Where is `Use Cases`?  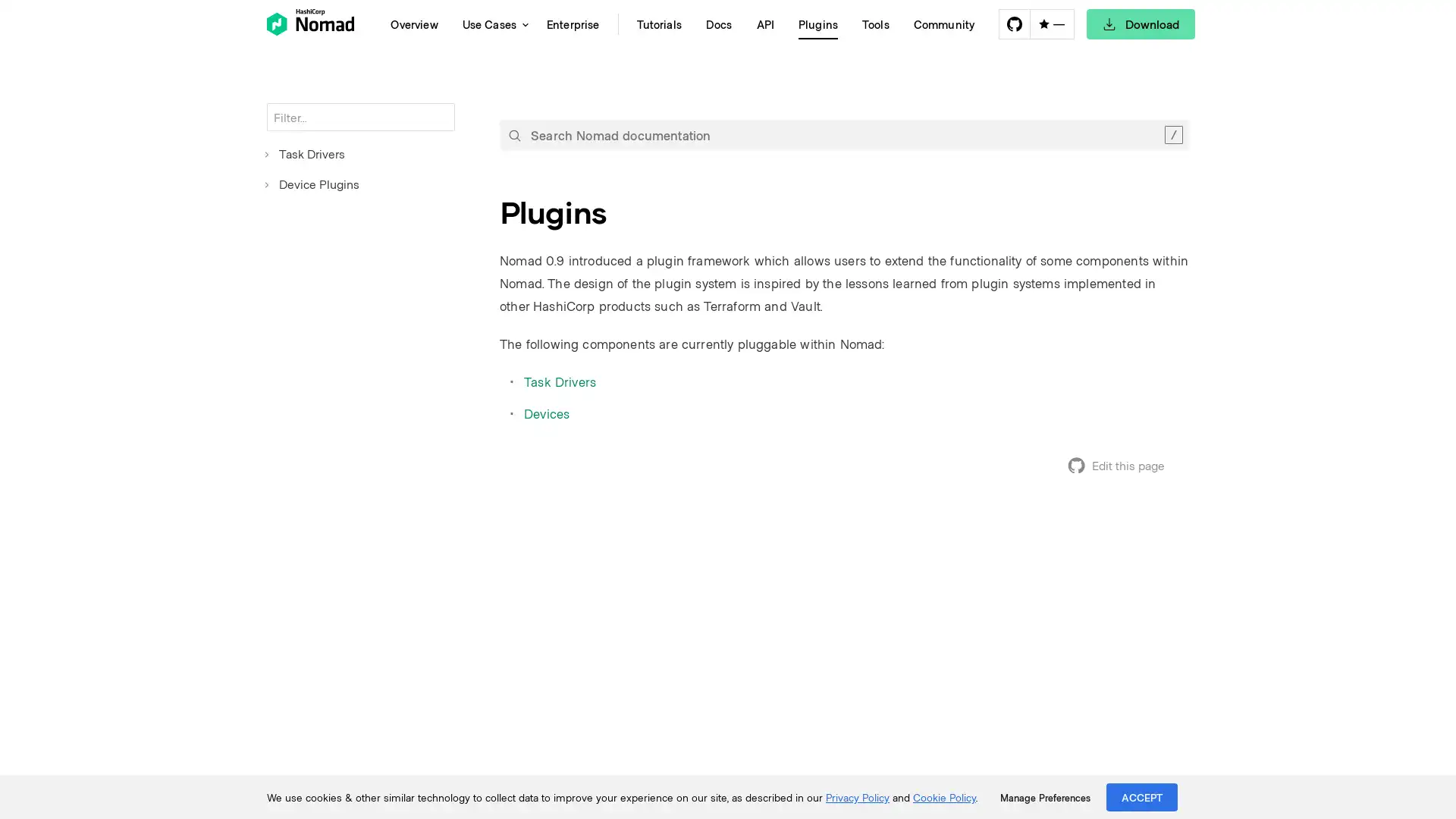
Use Cases is located at coordinates (491, 24).